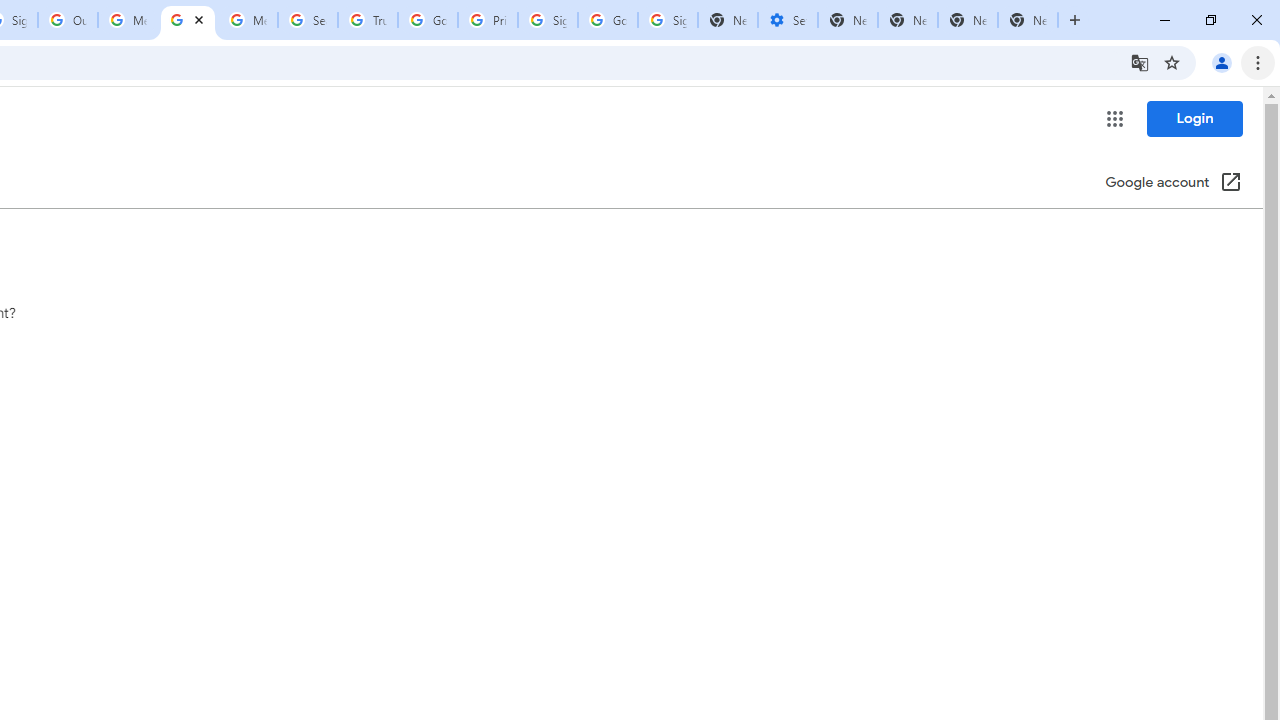  Describe the element at coordinates (548, 20) in the screenshot. I see `'Sign in - Google Accounts'` at that location.